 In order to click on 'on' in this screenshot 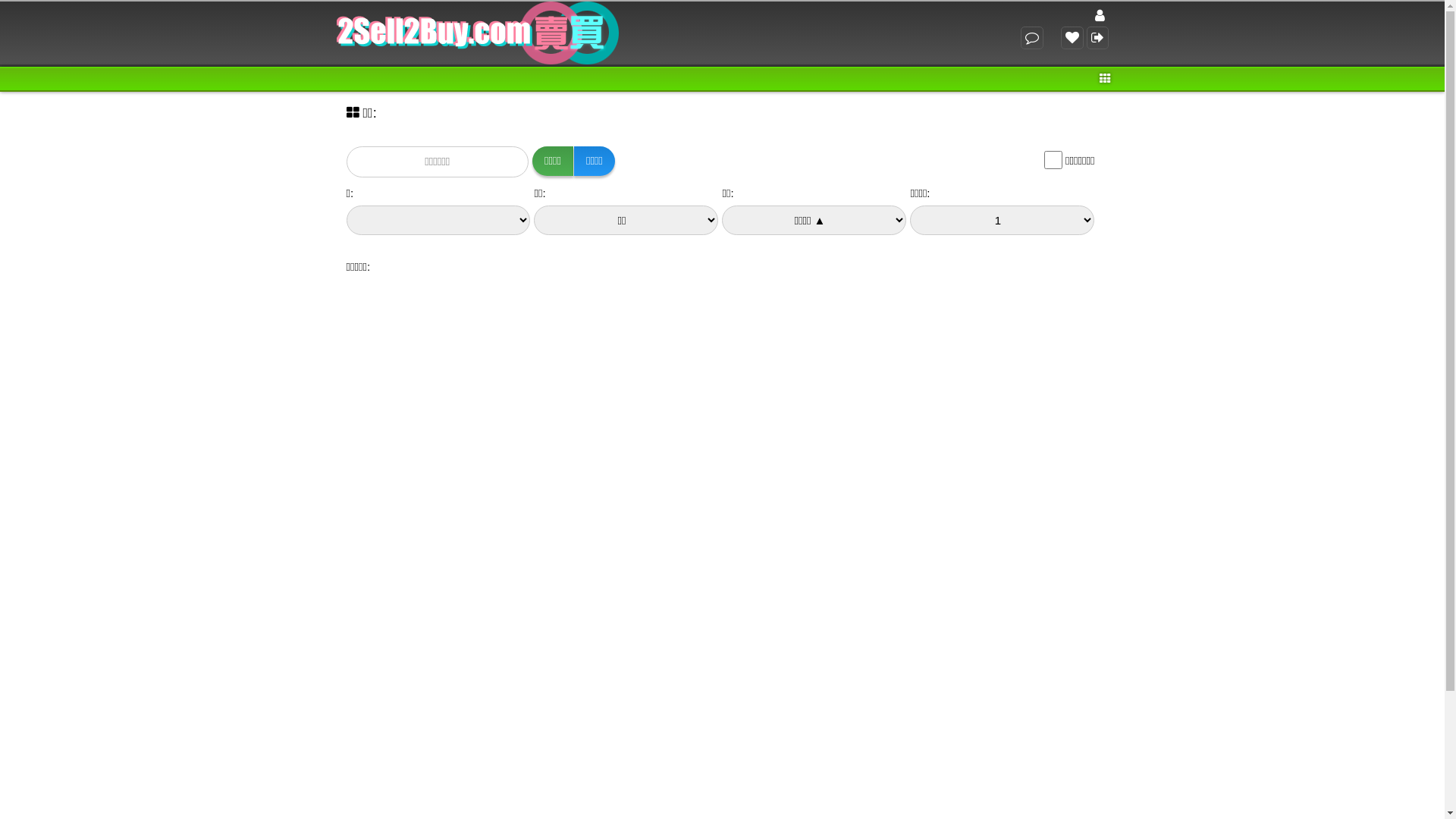, I will do `click(1052, 160)`.